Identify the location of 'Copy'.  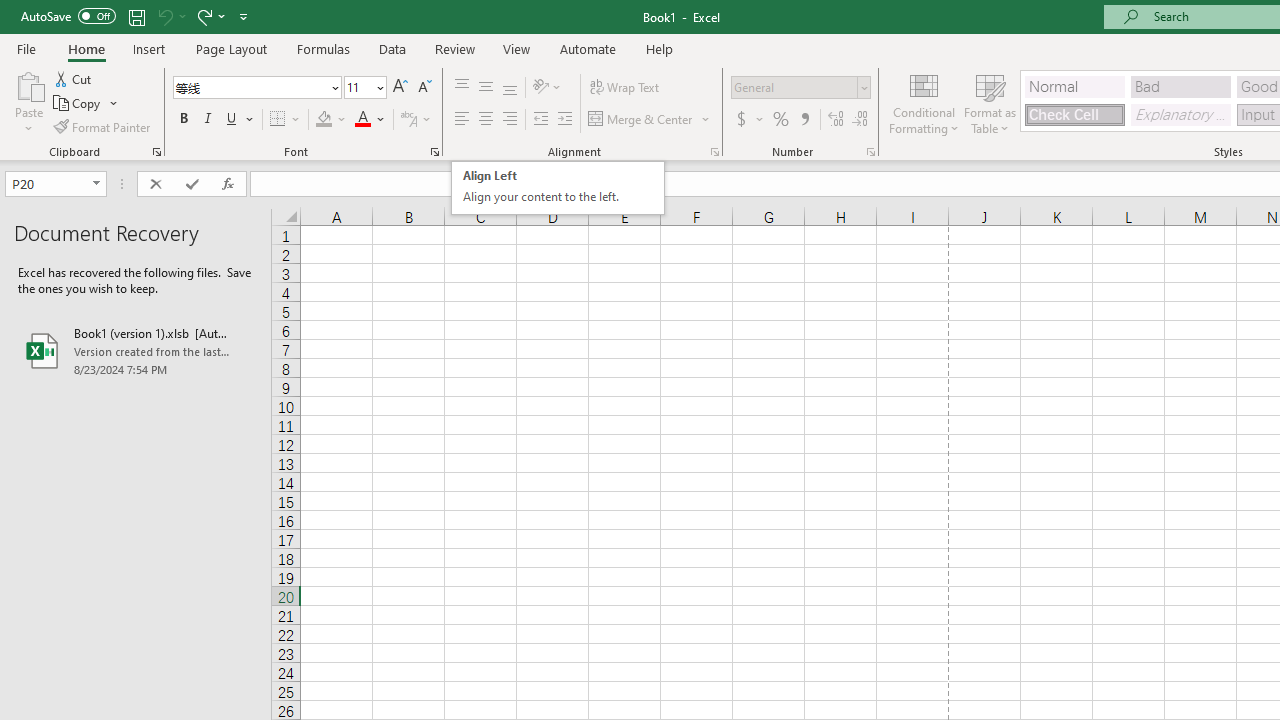
(85, 103).